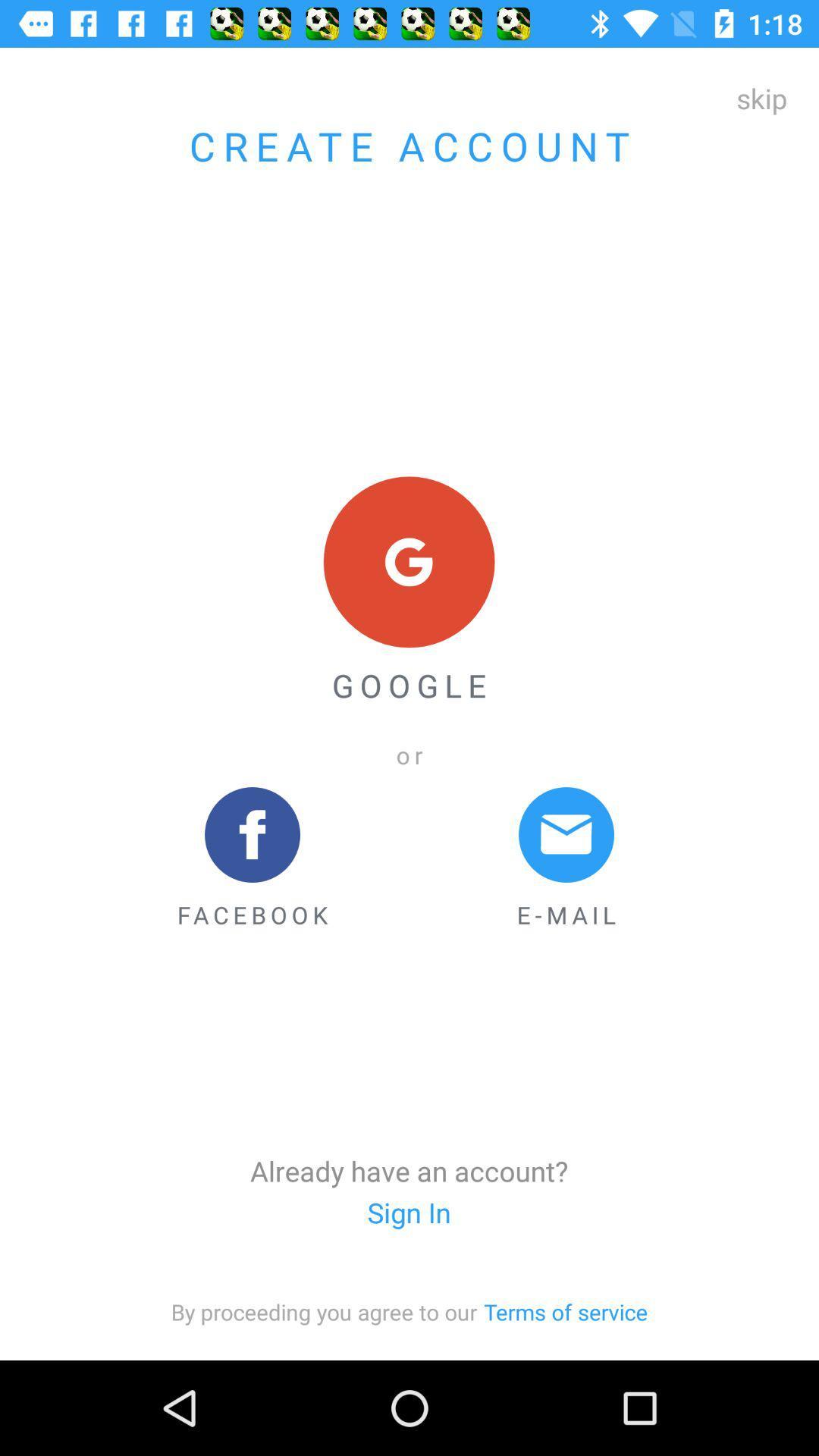 The width and height of the screenshot is (819, 1456). I want to click on facebook, so click(251, 858).